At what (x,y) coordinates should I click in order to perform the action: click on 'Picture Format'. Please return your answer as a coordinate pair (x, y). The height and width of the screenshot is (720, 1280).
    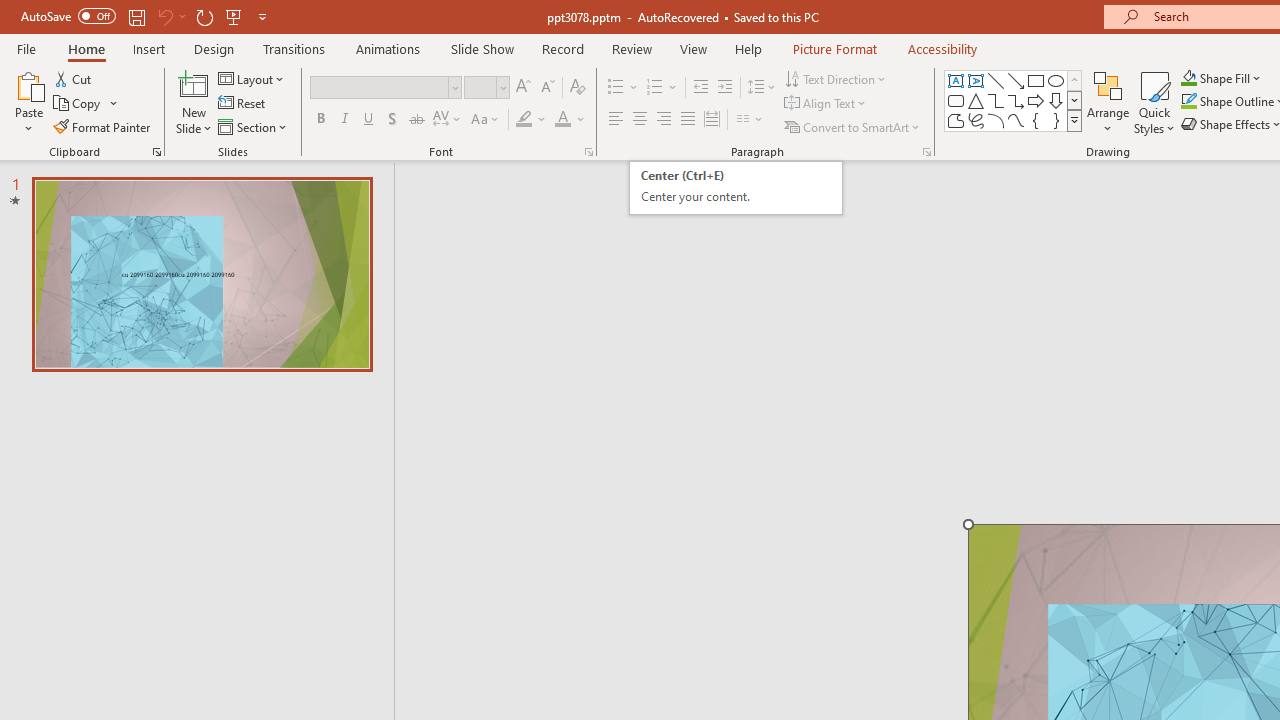
    Looking at the image, I should click on (835, 48).